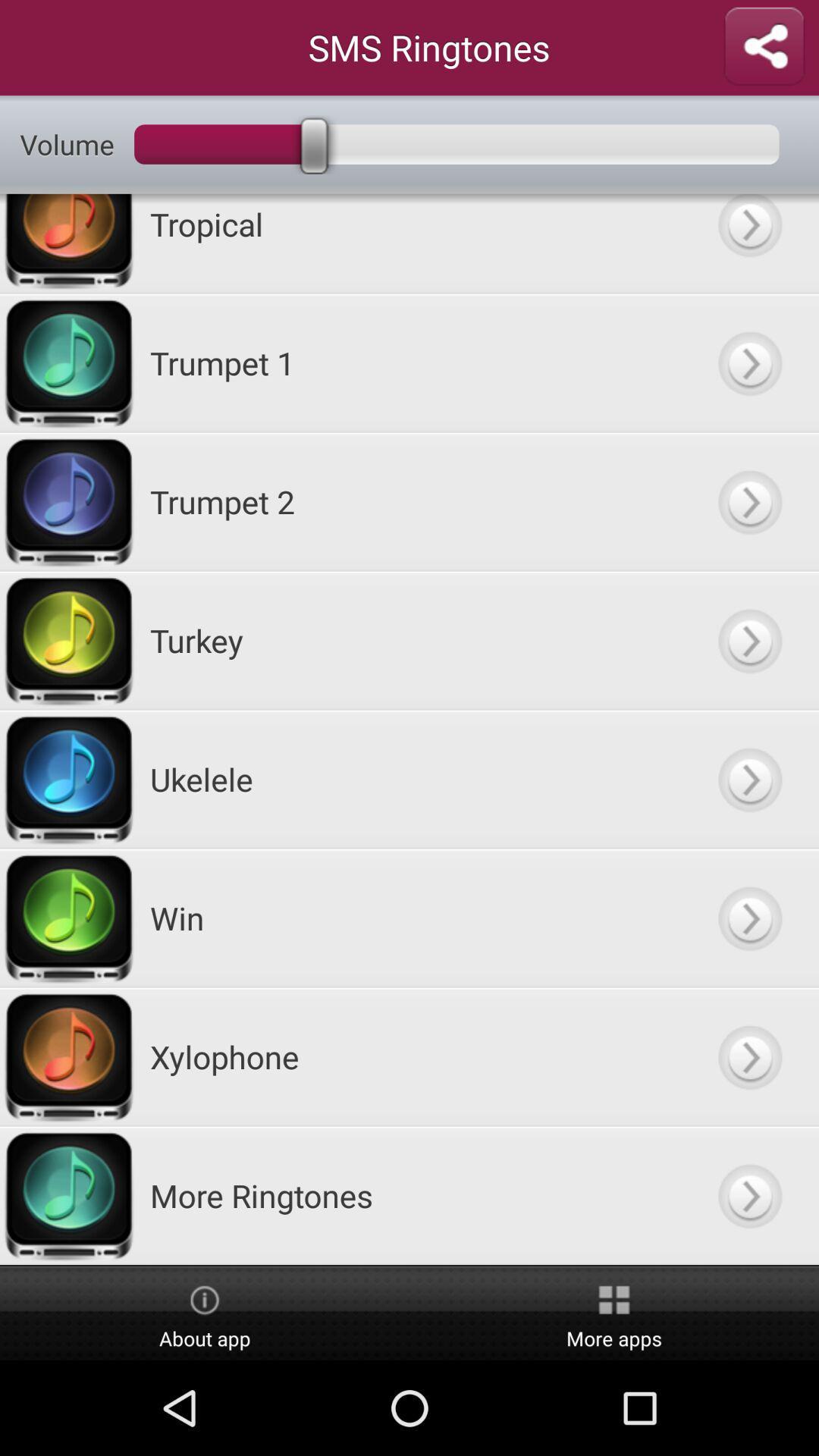 The width and height of the screenshot is (819, 1456). I want to click on trumpet 1, so click(748, 362).